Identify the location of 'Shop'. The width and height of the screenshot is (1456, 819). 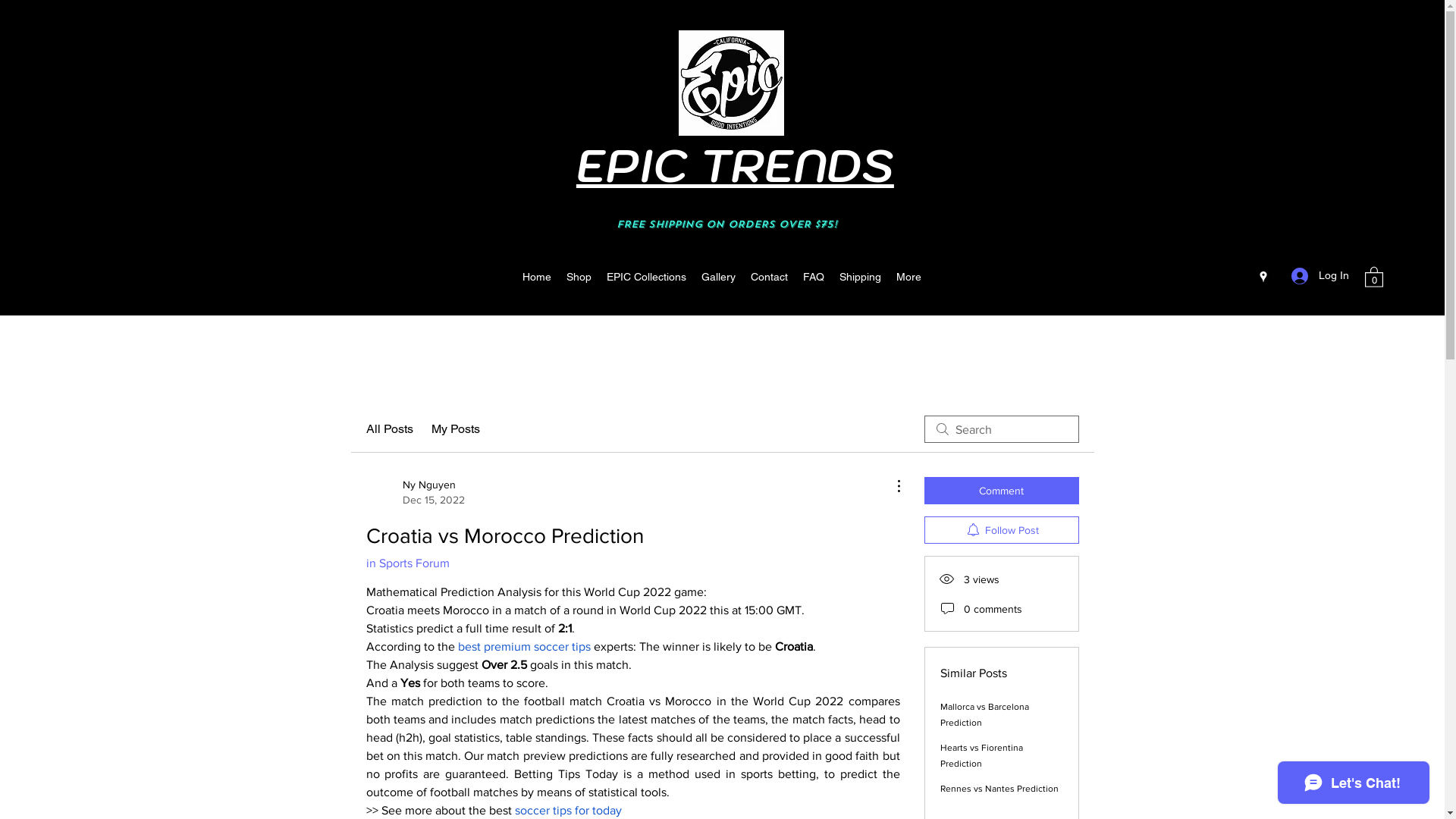
(578, 277).